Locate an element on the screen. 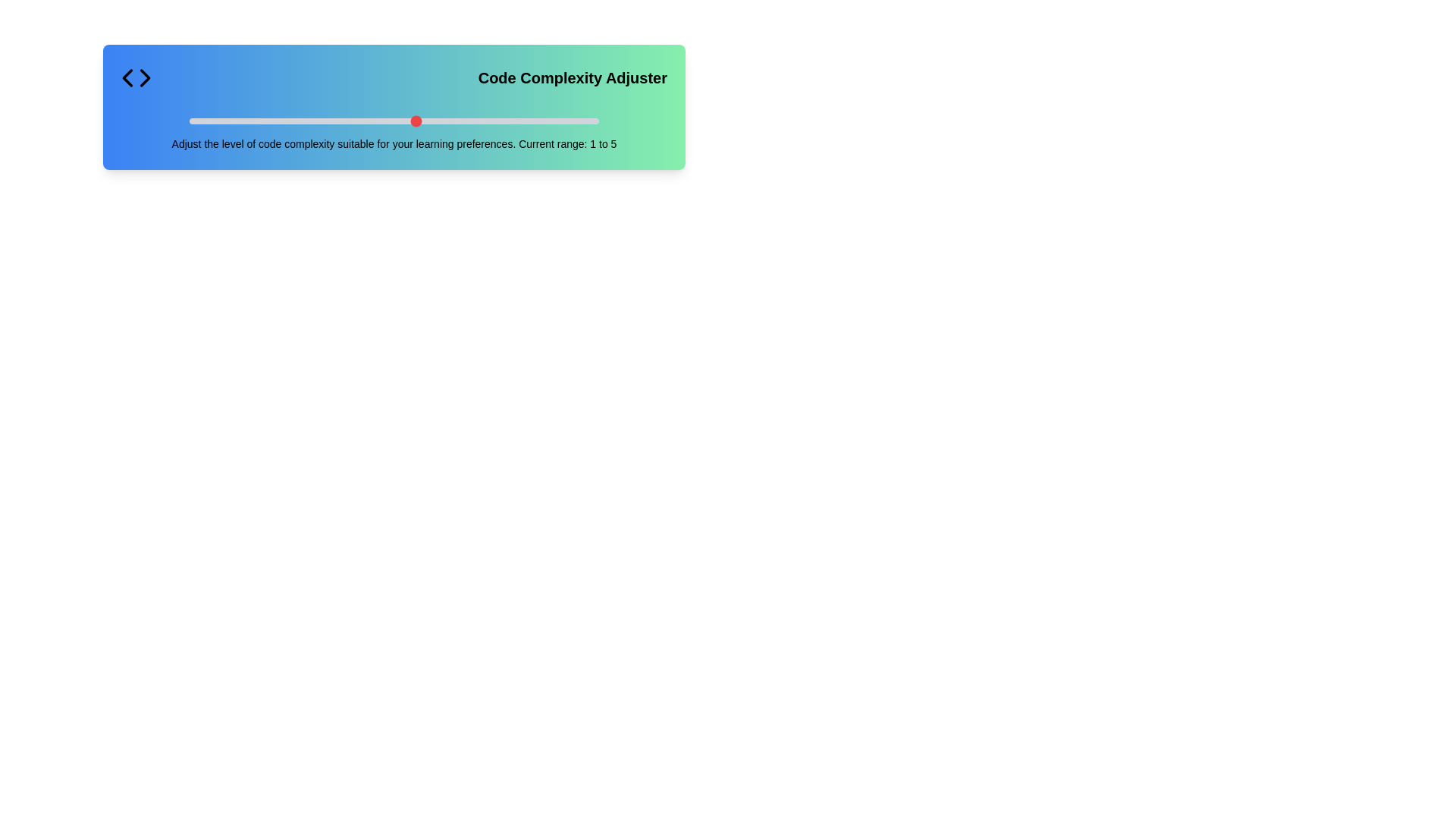 The height and width of the screenshot is (819, 1456). the slider to set the code complexity to 3 is located at coordinates (280, 120).